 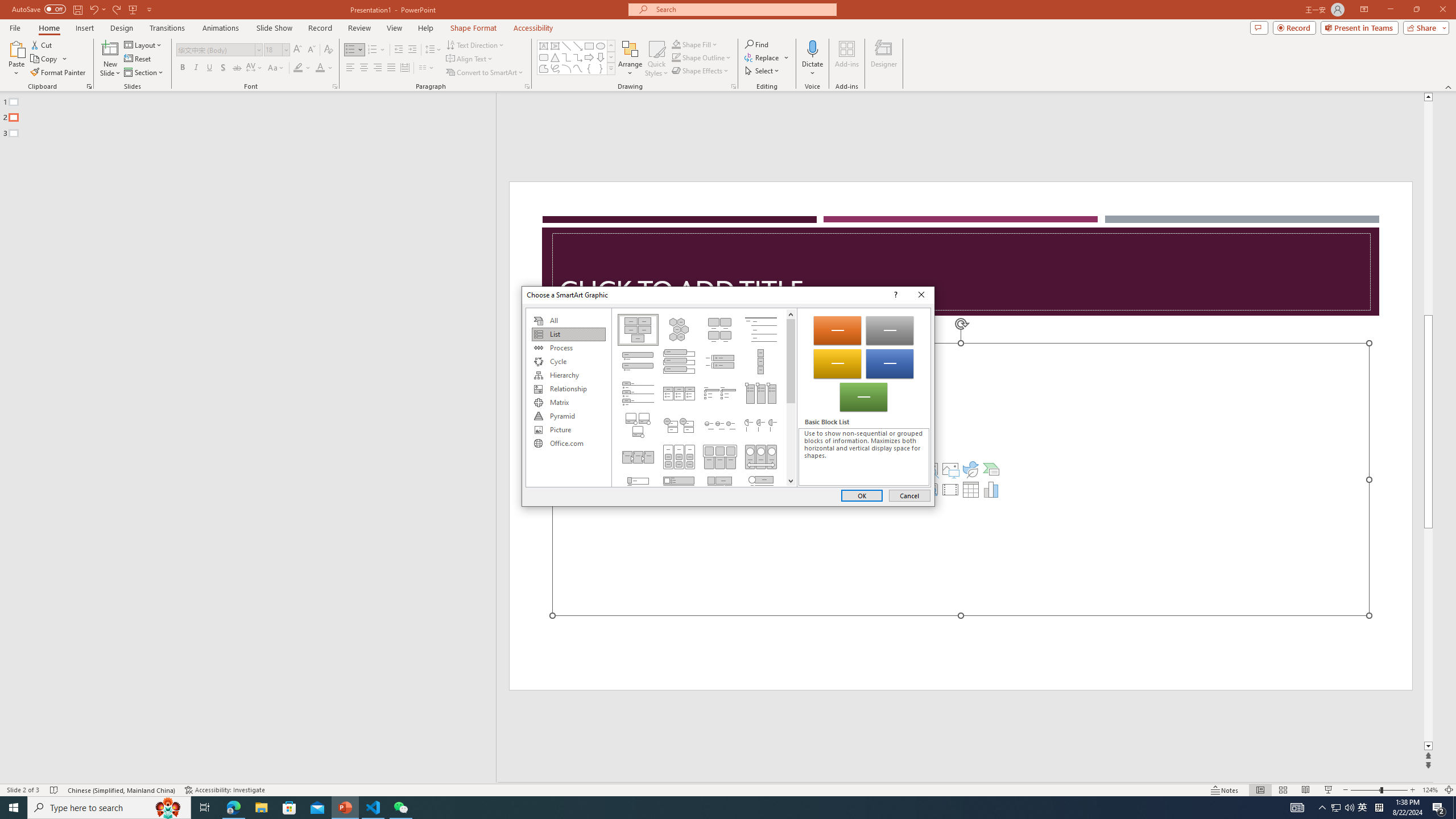 What do you see at coordinates (1423, 27) in the screenshot?
I see `'Share'` at bounding box center [1423, 27].